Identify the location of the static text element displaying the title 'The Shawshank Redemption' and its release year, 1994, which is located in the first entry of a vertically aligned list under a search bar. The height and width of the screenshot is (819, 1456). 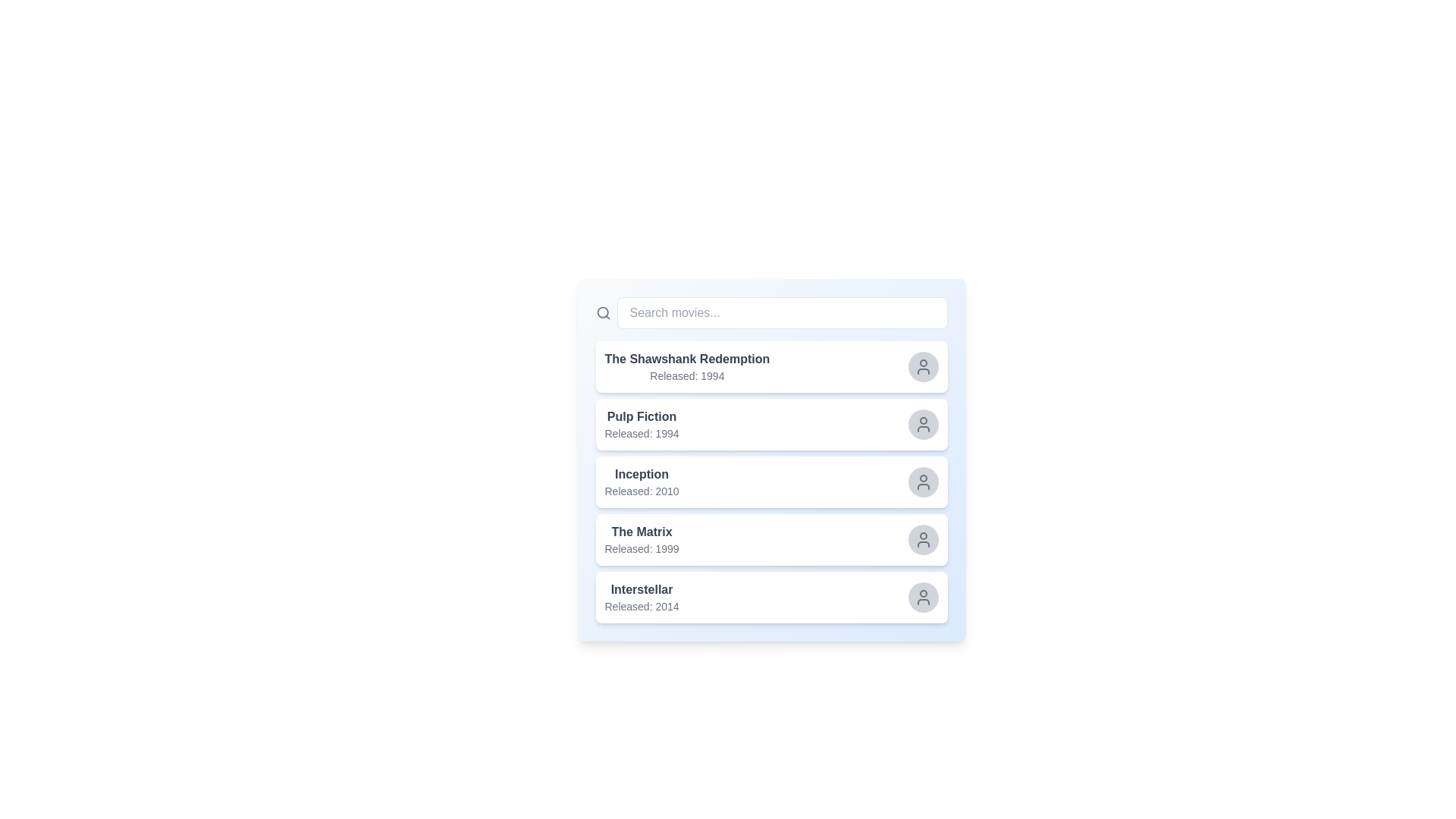
(686, 366).